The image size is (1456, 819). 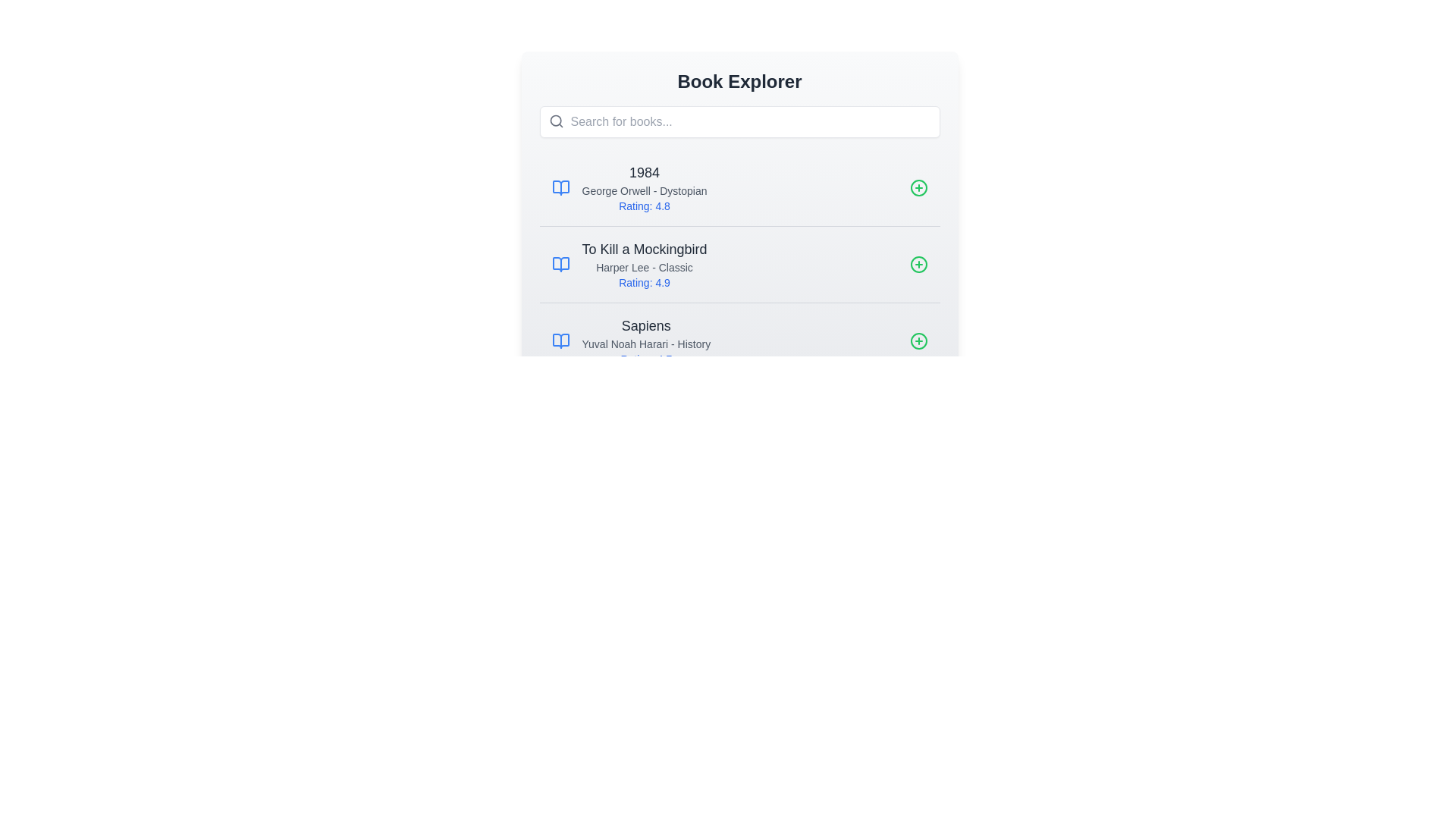 What do you see at coordinates (560, 341) in the screenshot?
I see `the open book icon with a blue outline that is positioned above the plus icon, next to the text '1984' in the first entry of the vertical list` at bounding box center [560, 341].